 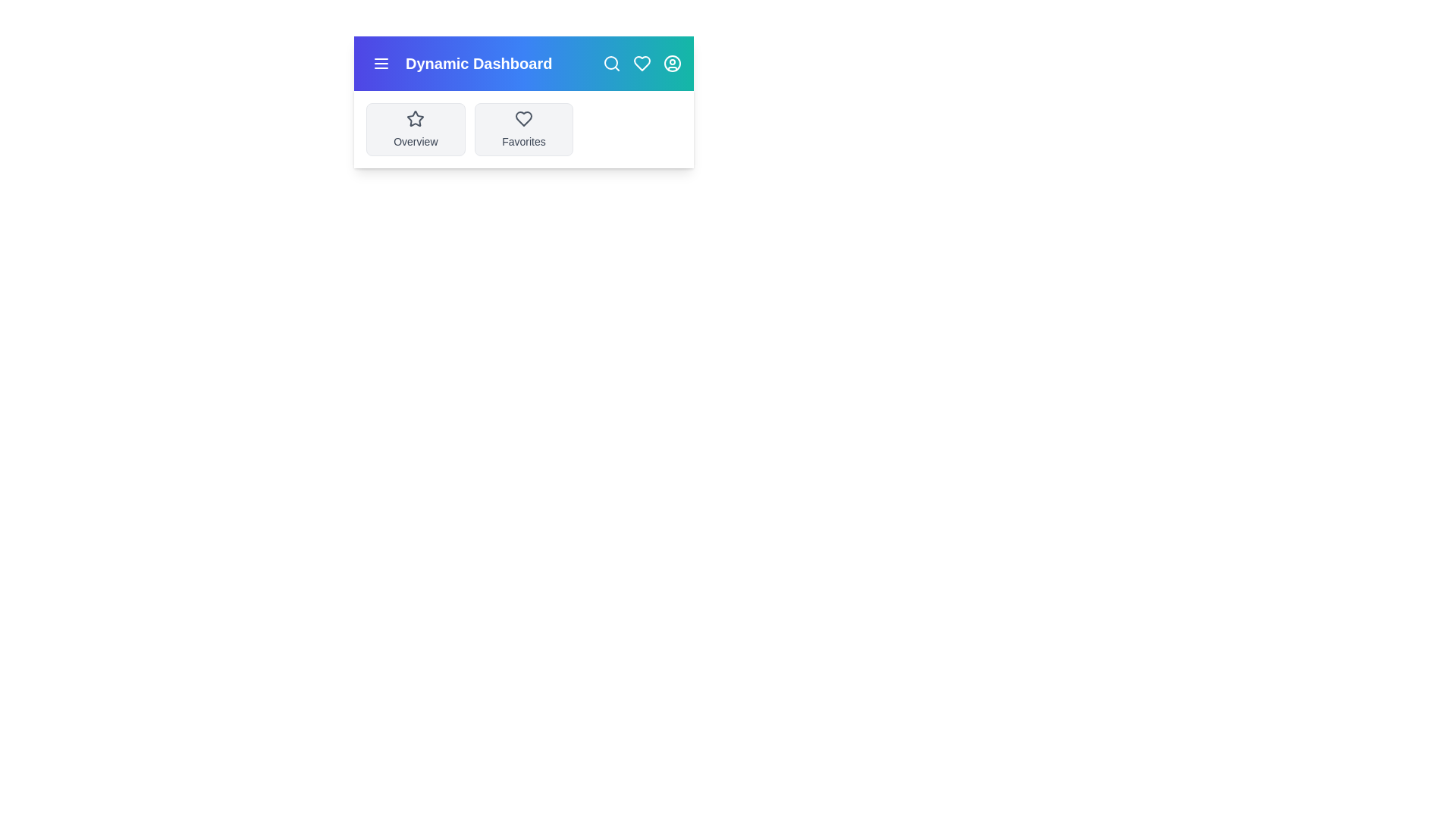 I want to click on the 'Overview' card to navigate to the overview section, so click(x=415, y=128).